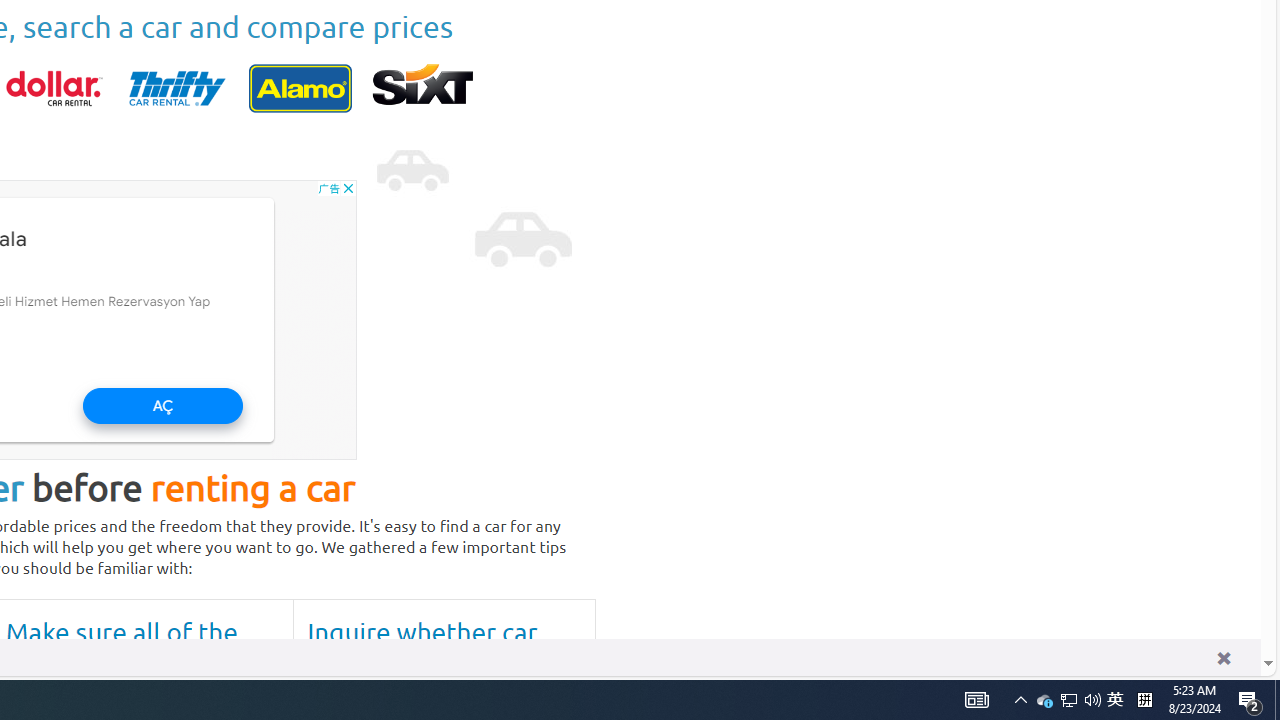 The height and width of the screenshot is (720, 1280). I want to click on 'dismiss cookie message', so click(1222, 657).